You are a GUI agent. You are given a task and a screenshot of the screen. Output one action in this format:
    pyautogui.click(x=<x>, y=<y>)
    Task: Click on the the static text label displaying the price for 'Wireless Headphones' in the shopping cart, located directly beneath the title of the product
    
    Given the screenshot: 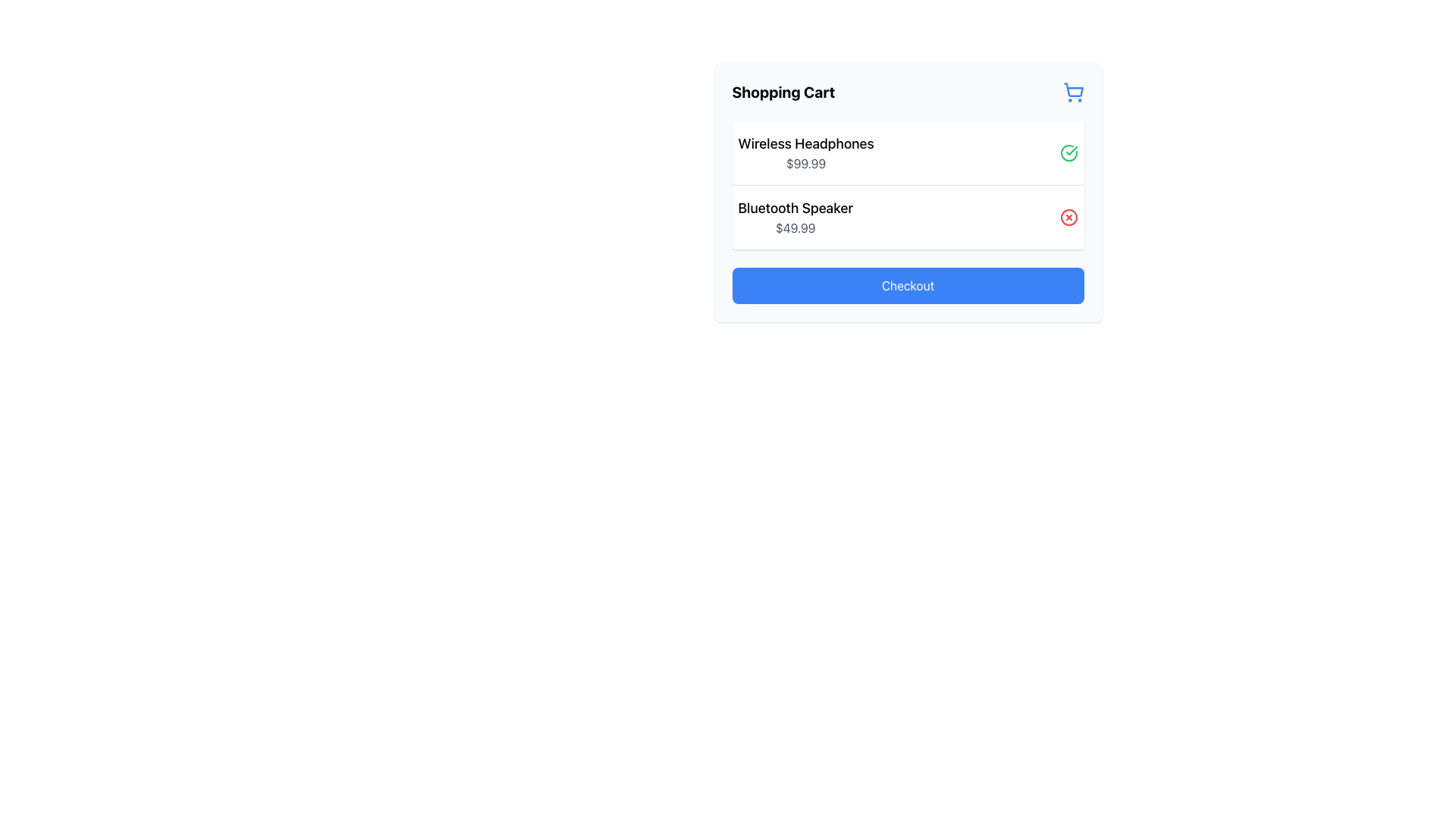 What is the action you would take?
    pyautogui.click(x=805, y=164)
    